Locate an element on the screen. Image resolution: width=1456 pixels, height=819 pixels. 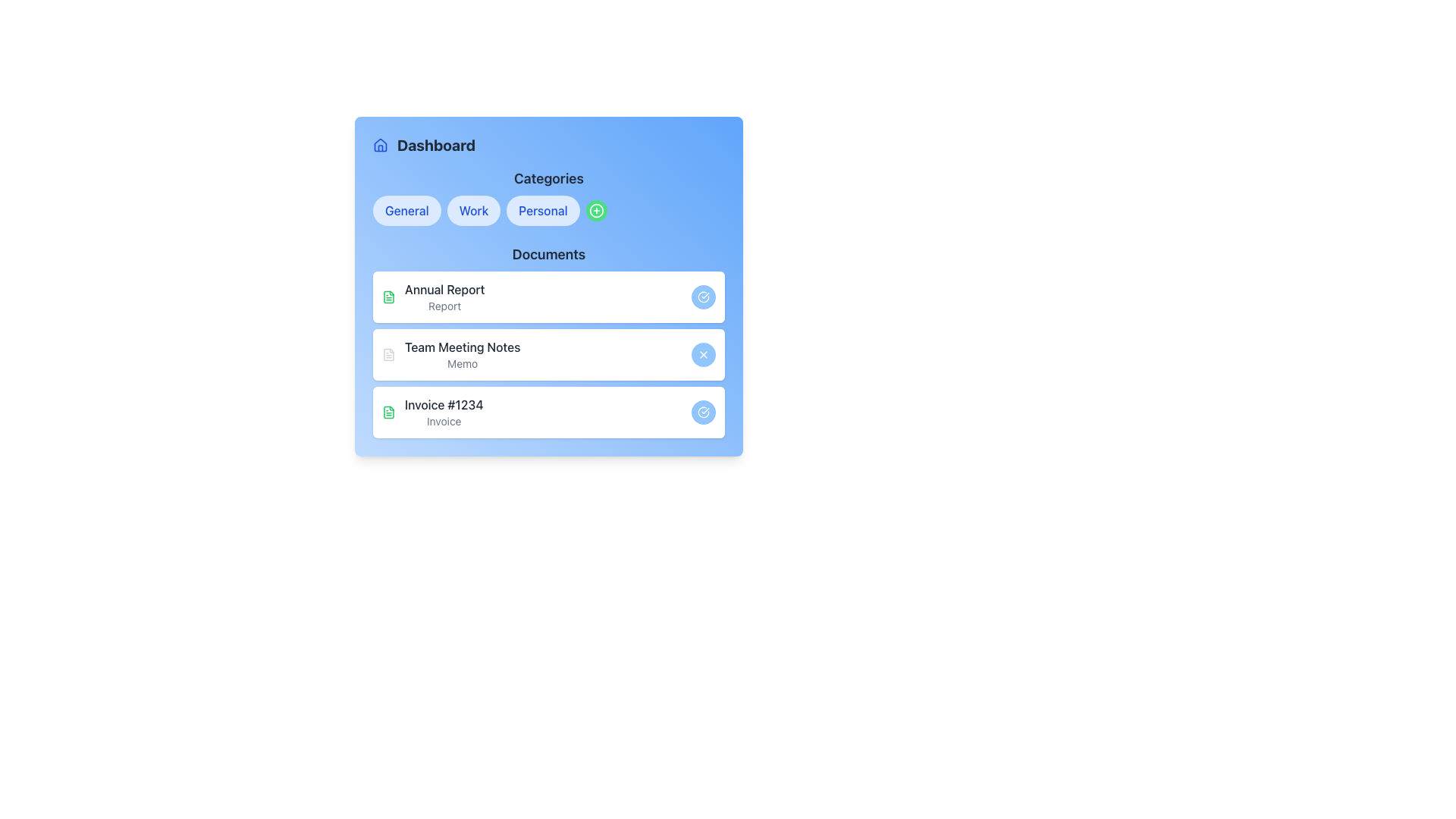
house icon with a blue outline located near the top-left corner of the dashboard panel, next to the header text 'Dashboard.' is located at coordinates (381, 145).